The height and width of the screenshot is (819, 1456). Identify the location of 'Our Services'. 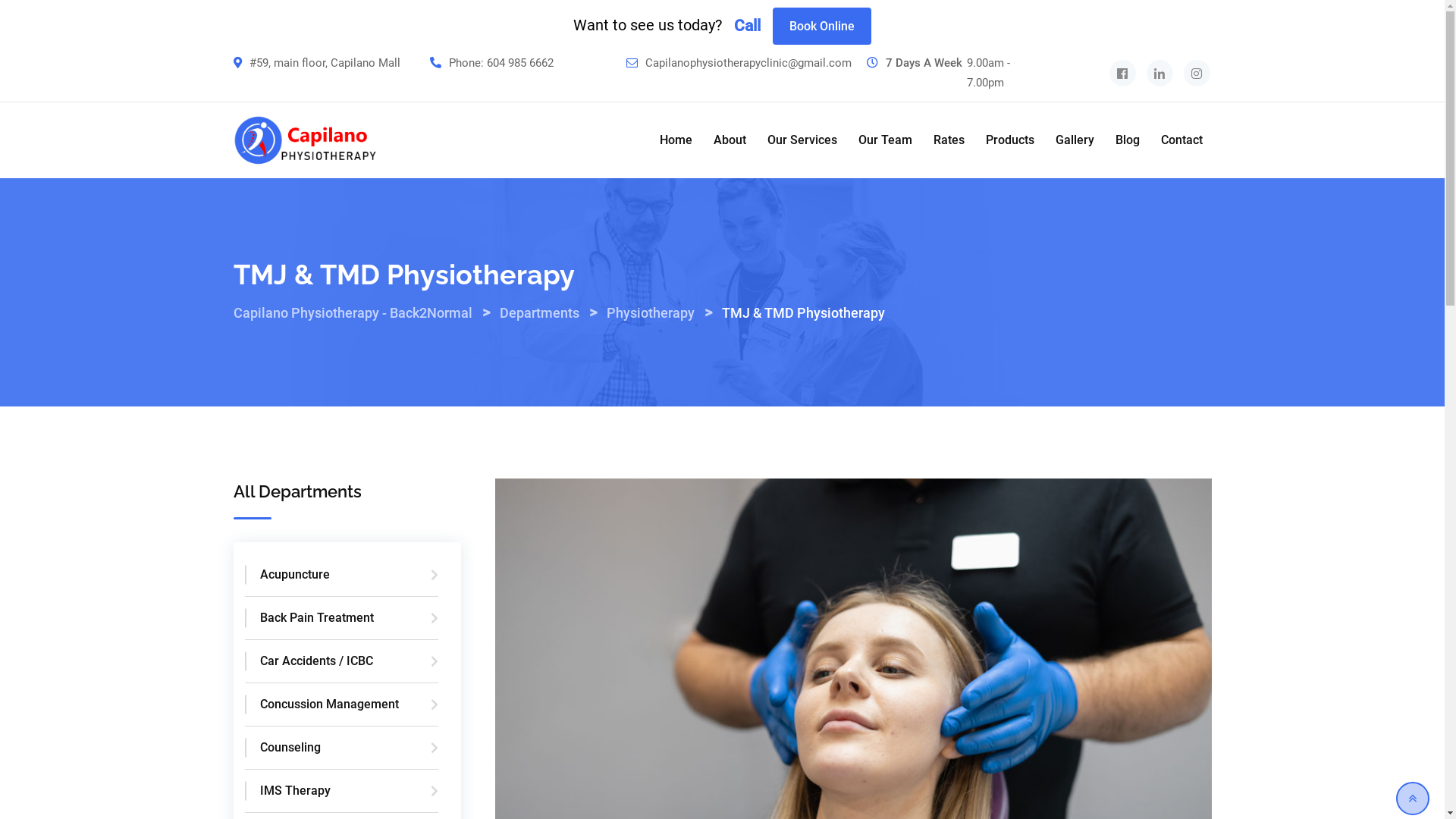
(801, 140).